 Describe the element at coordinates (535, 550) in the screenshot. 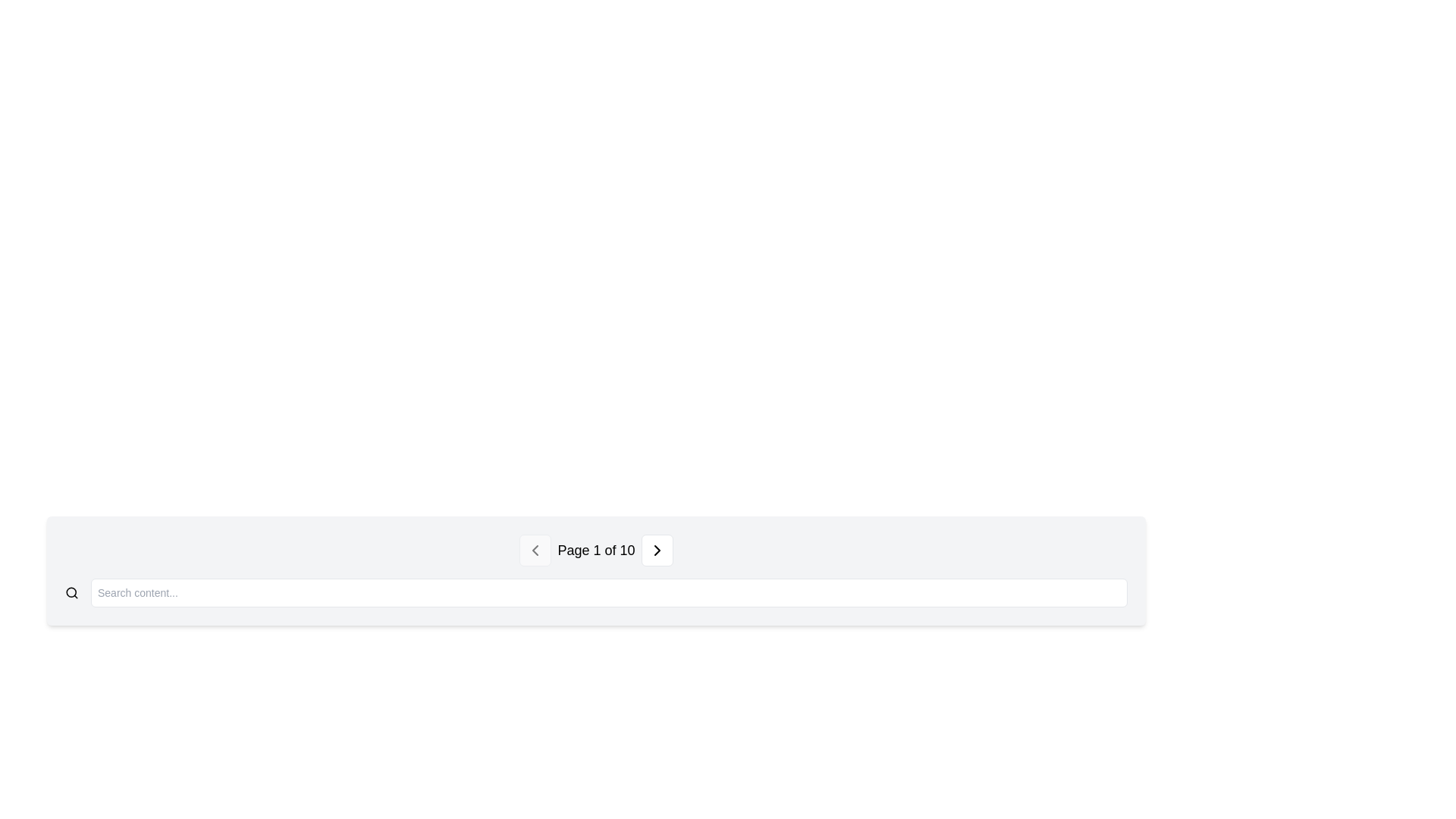

I see `the previous page button in the pagination control` at that location.